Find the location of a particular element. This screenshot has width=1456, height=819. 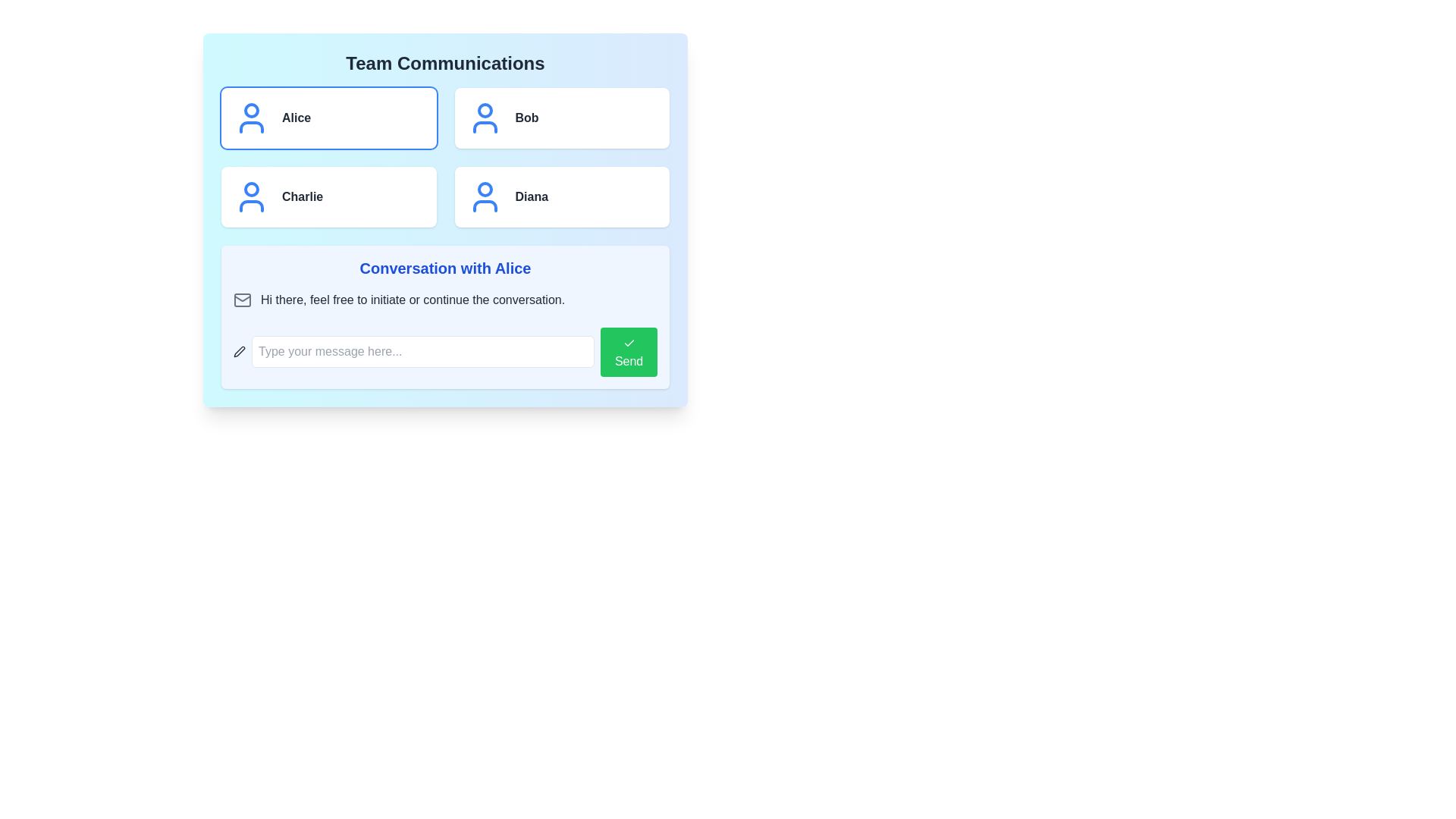

the user profile icon located in the lower-left quadrant of the group 'Charlie', positioned to the left of the name text in the second row of the user list is located at coordinates (251, 196).